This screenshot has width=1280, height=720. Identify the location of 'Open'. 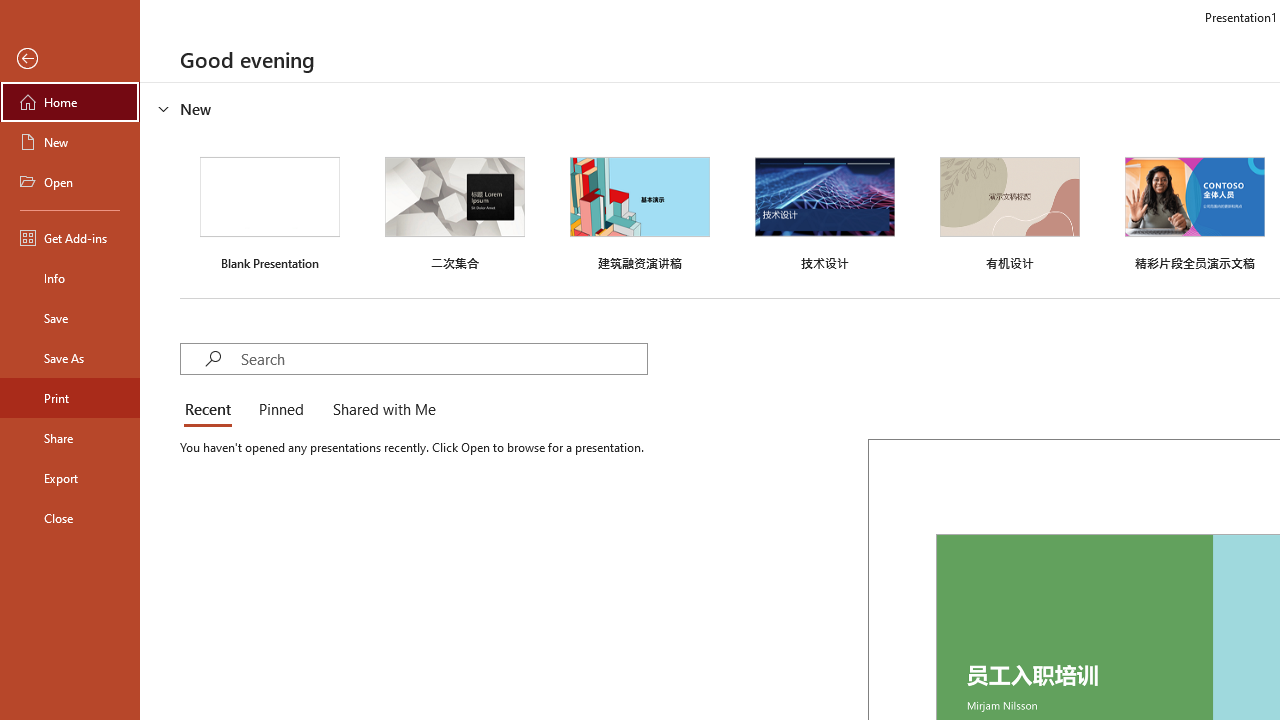
(69, 182).